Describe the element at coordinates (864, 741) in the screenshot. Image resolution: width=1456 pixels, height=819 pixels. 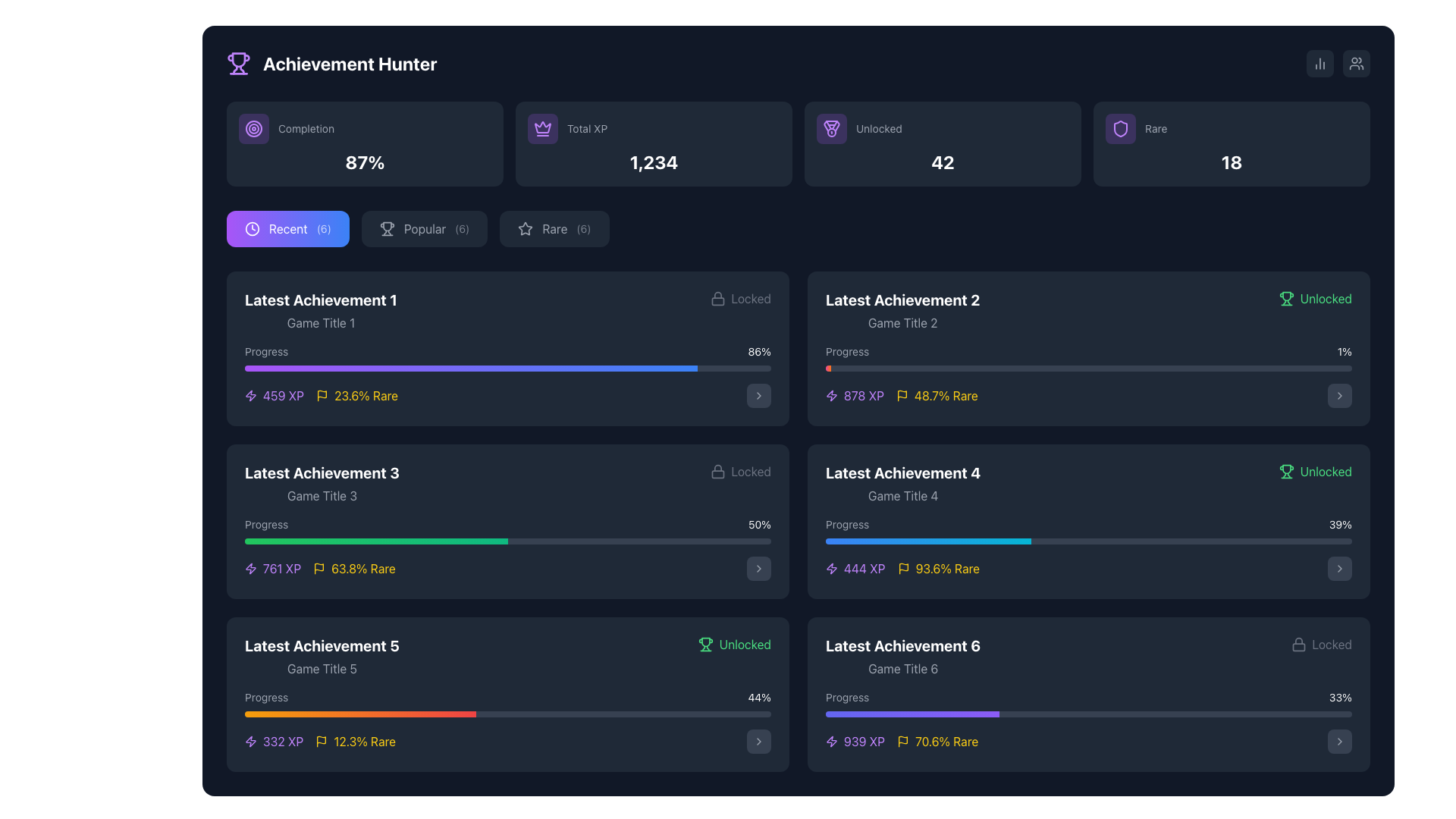
I see `the XP display Text Label for 'Latest Achievement 6' to check for tooltip information` at that location.